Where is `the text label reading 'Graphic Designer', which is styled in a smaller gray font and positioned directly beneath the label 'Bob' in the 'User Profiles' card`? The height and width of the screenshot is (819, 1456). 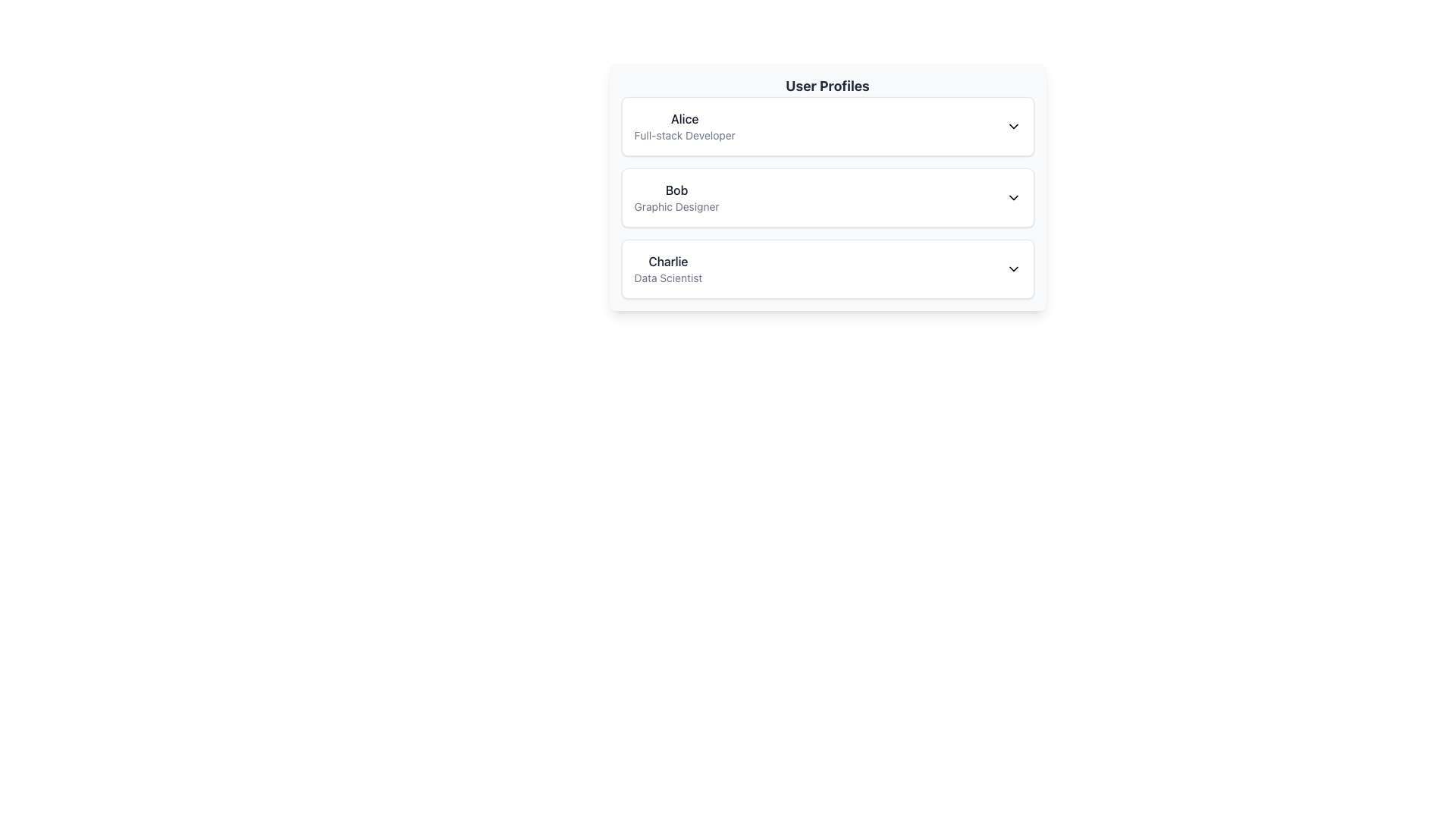 the text label reading 'Graphic Designer', which is styled in a smaller gray font and positioned directly beneath the label 'Bob' in the 'User Profiles' card is located at coordinates (676, 207).